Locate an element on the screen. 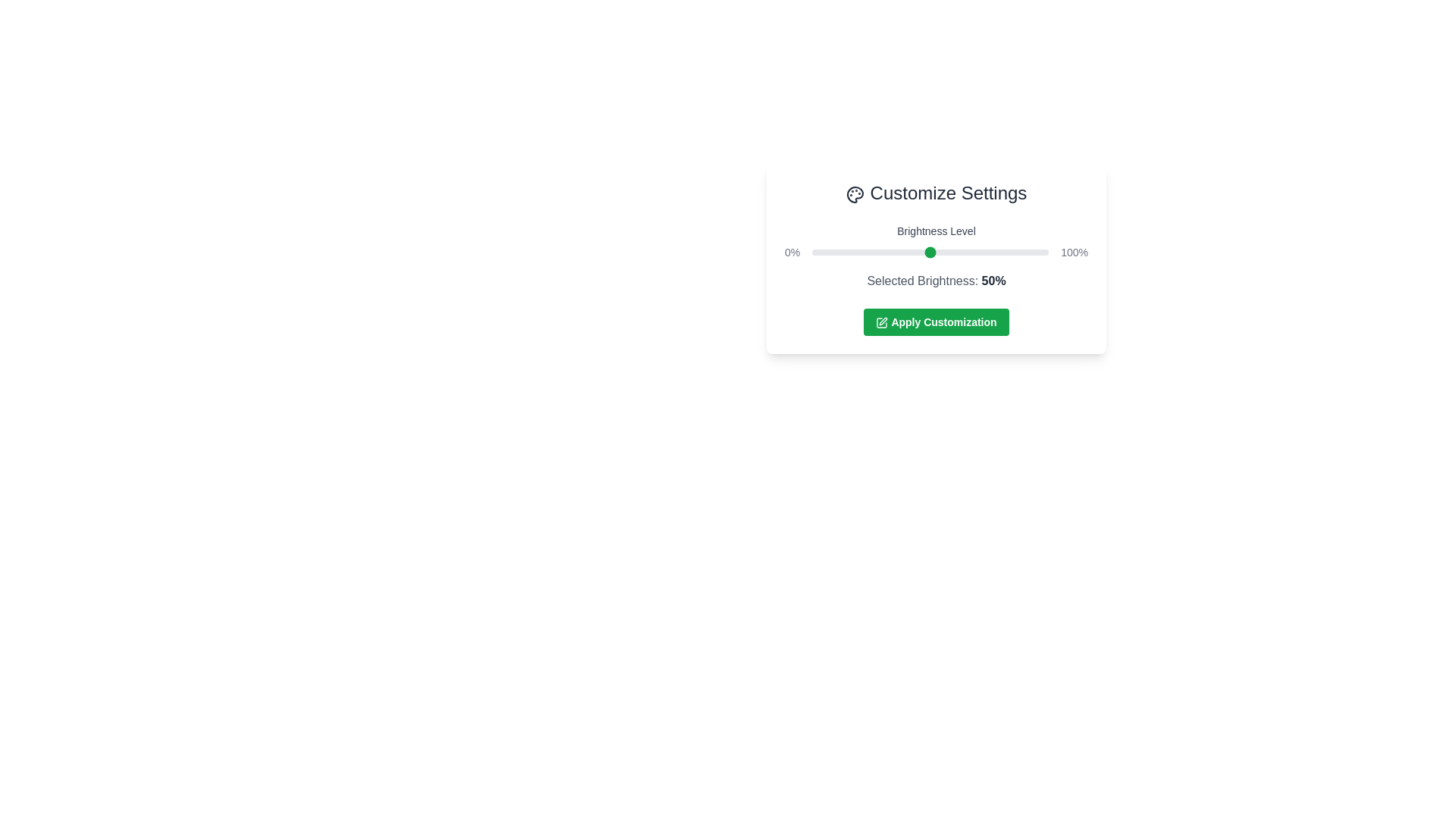 This screenshot has height=819, width=1456. the brightness is located at coordinates (830, 251).